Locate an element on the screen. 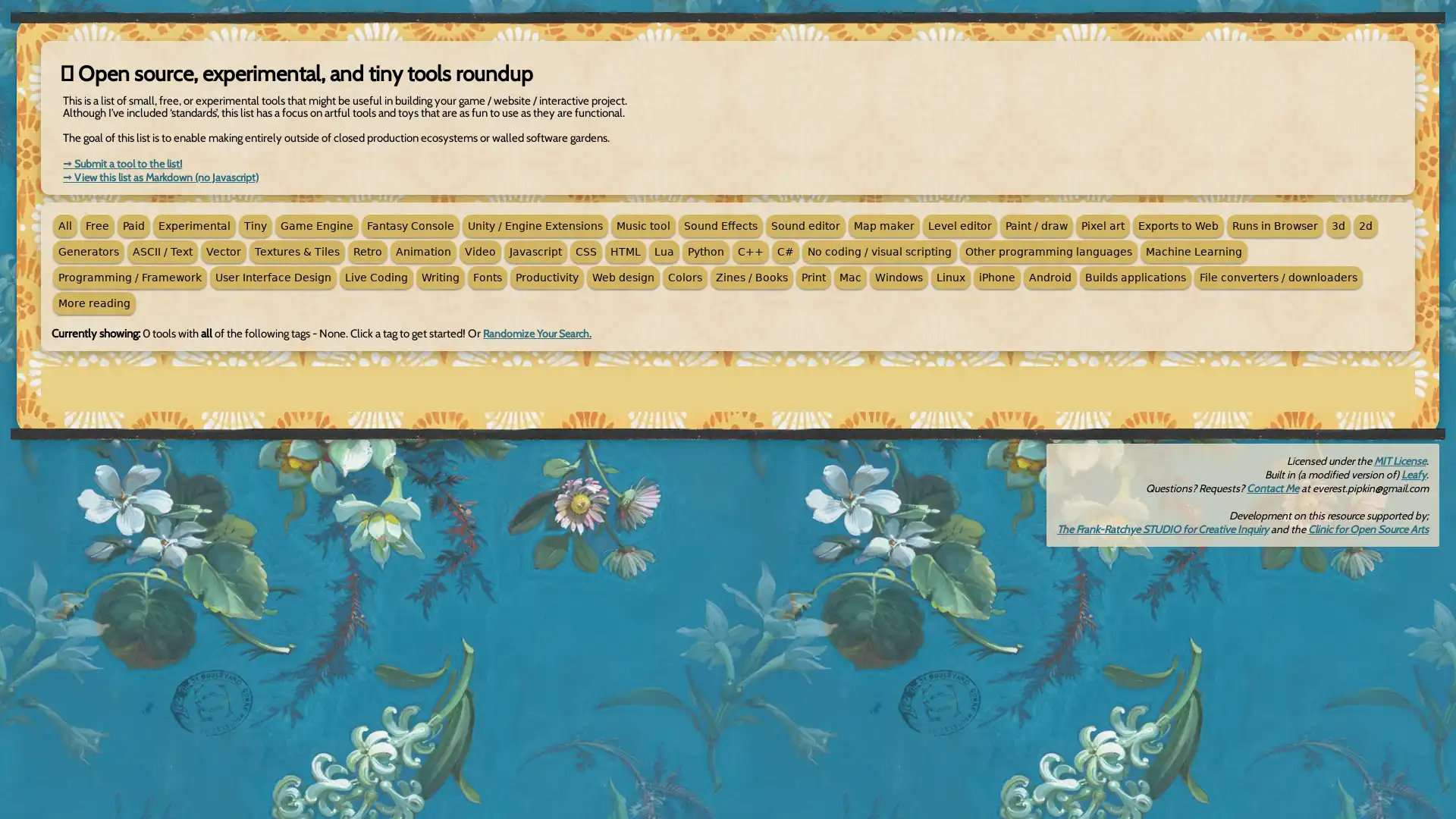 The height and width of the screenshot is (819, 1456). User Interface Design is located at coordinates (273, 278).